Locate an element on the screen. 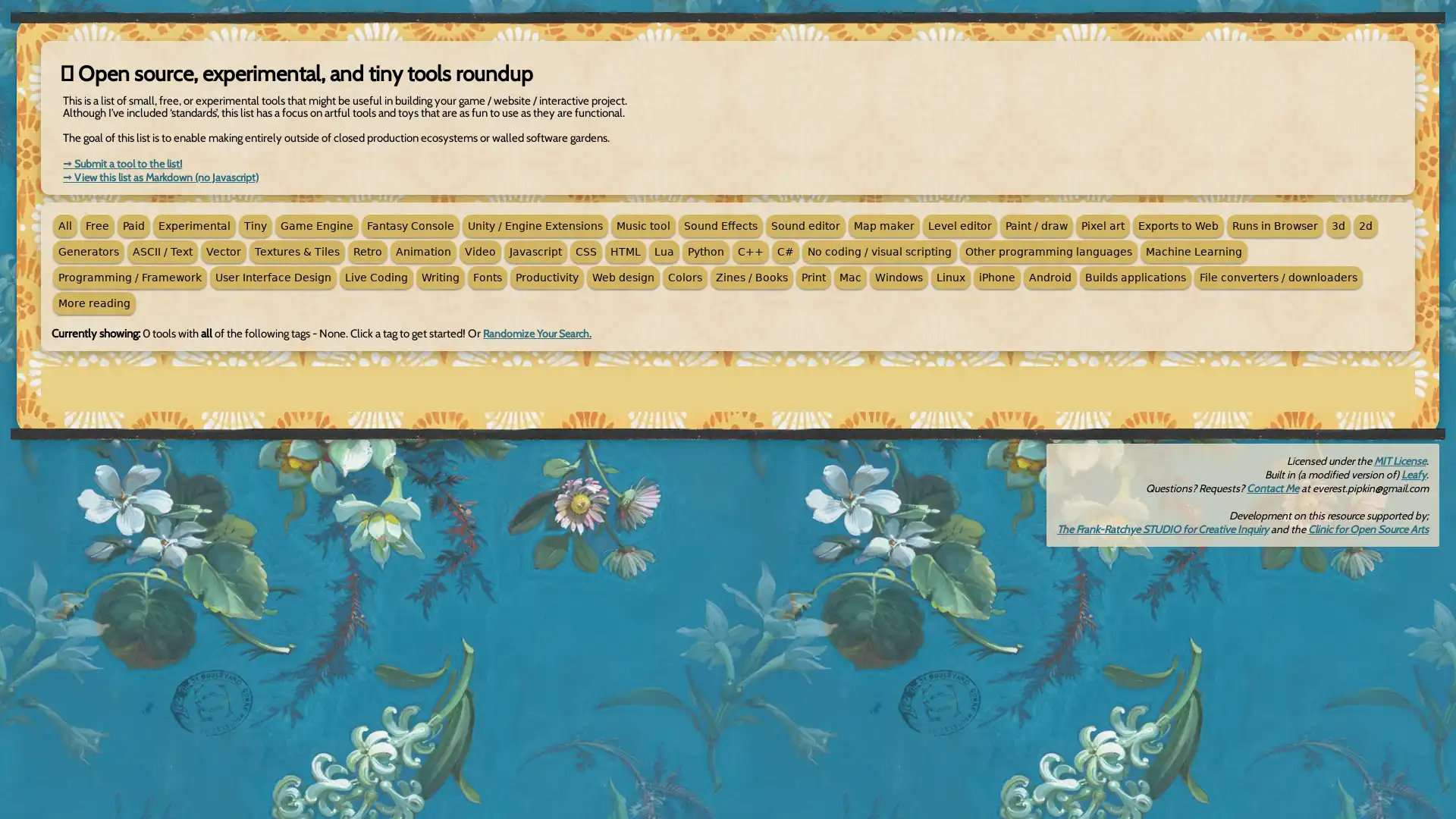 The height and width of the screenshot is (819, 1456). User Interface Design is located at coordinates (273, 278).